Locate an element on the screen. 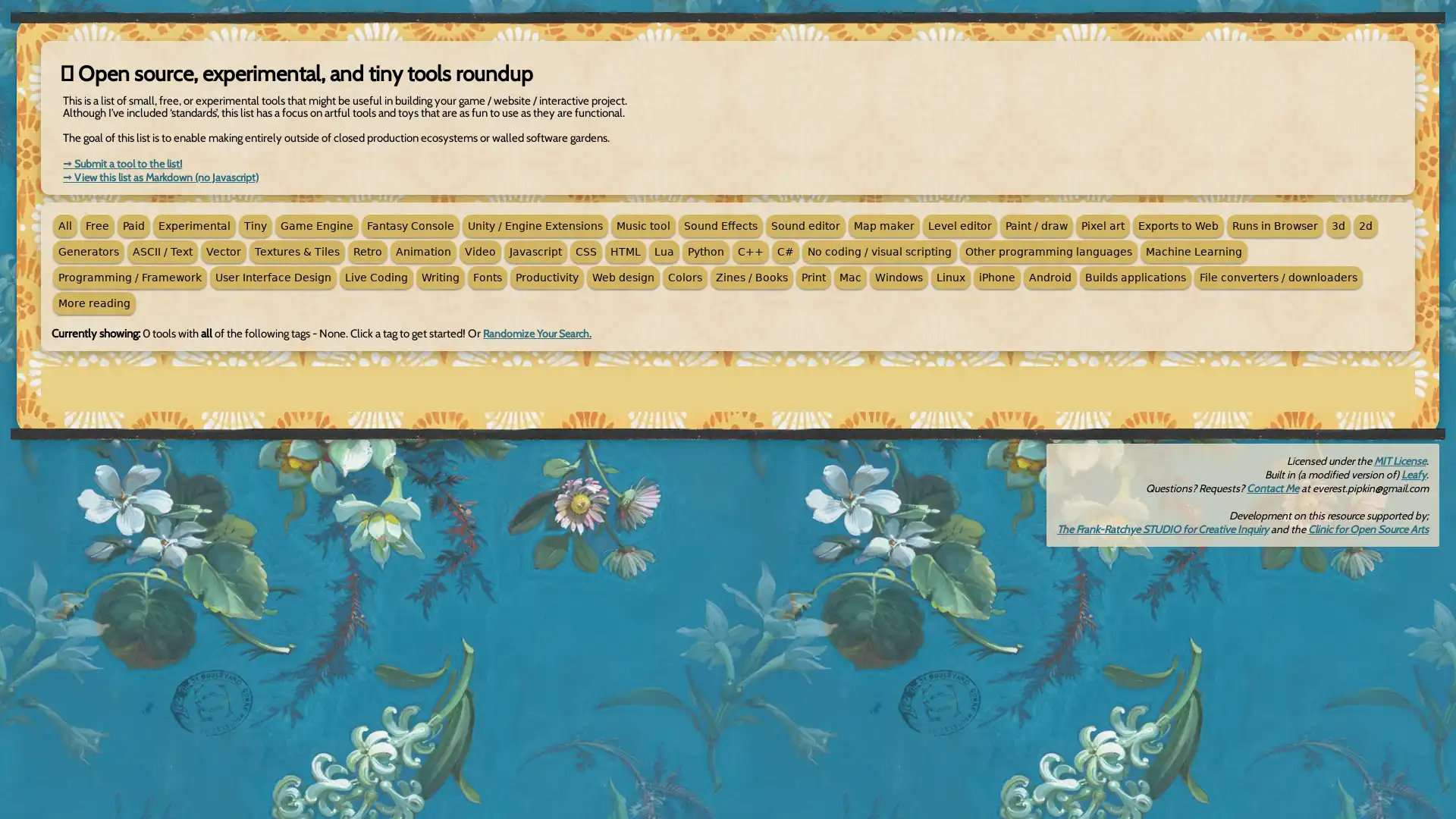 The height and width of the screenshot is (819, 1456). User Interface Design is located at coordinates (273, 278).